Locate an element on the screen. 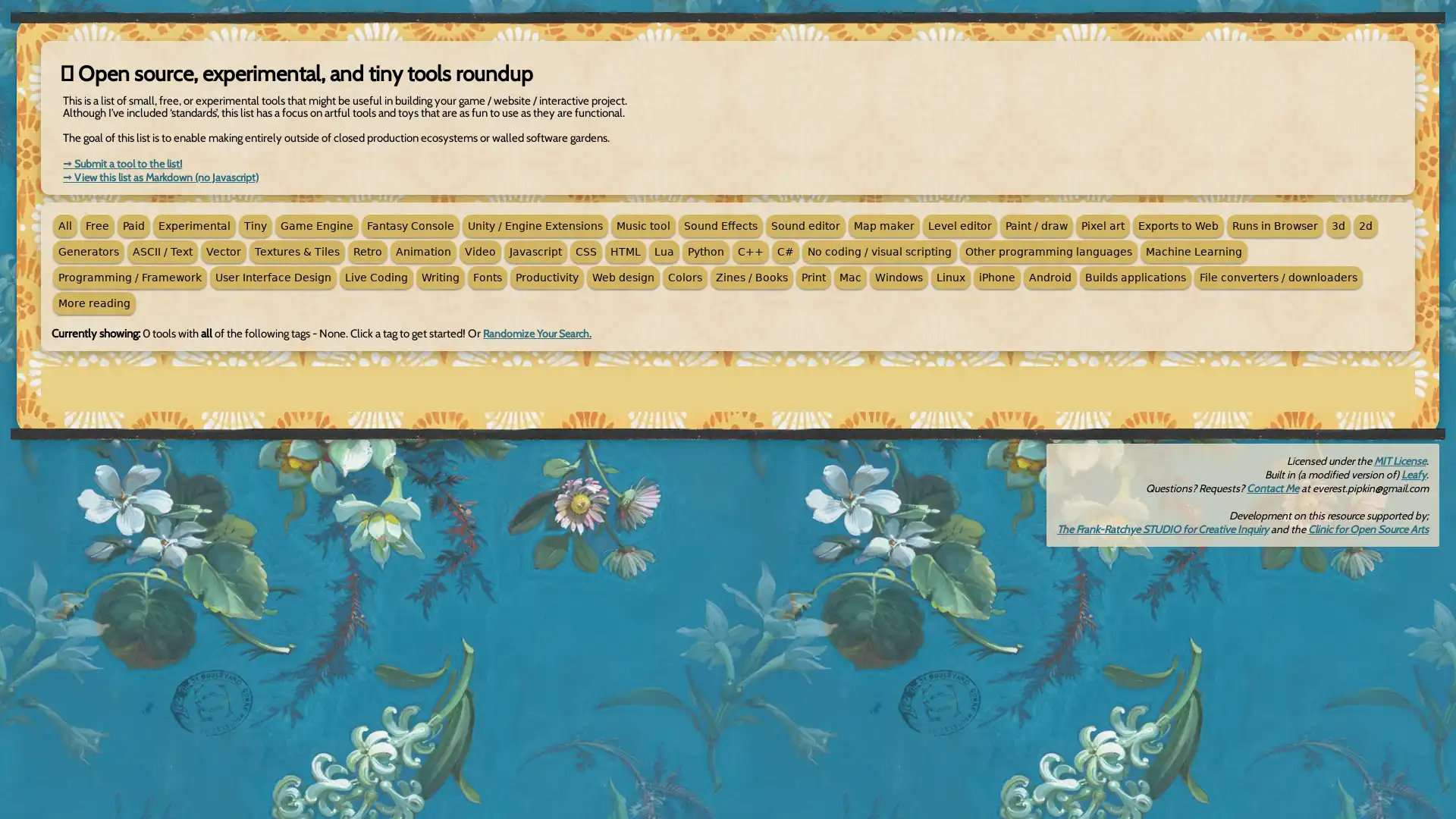 The height and width of the screenshot is (819, 1456). User Interface Design is located at coordinates (273, 278).